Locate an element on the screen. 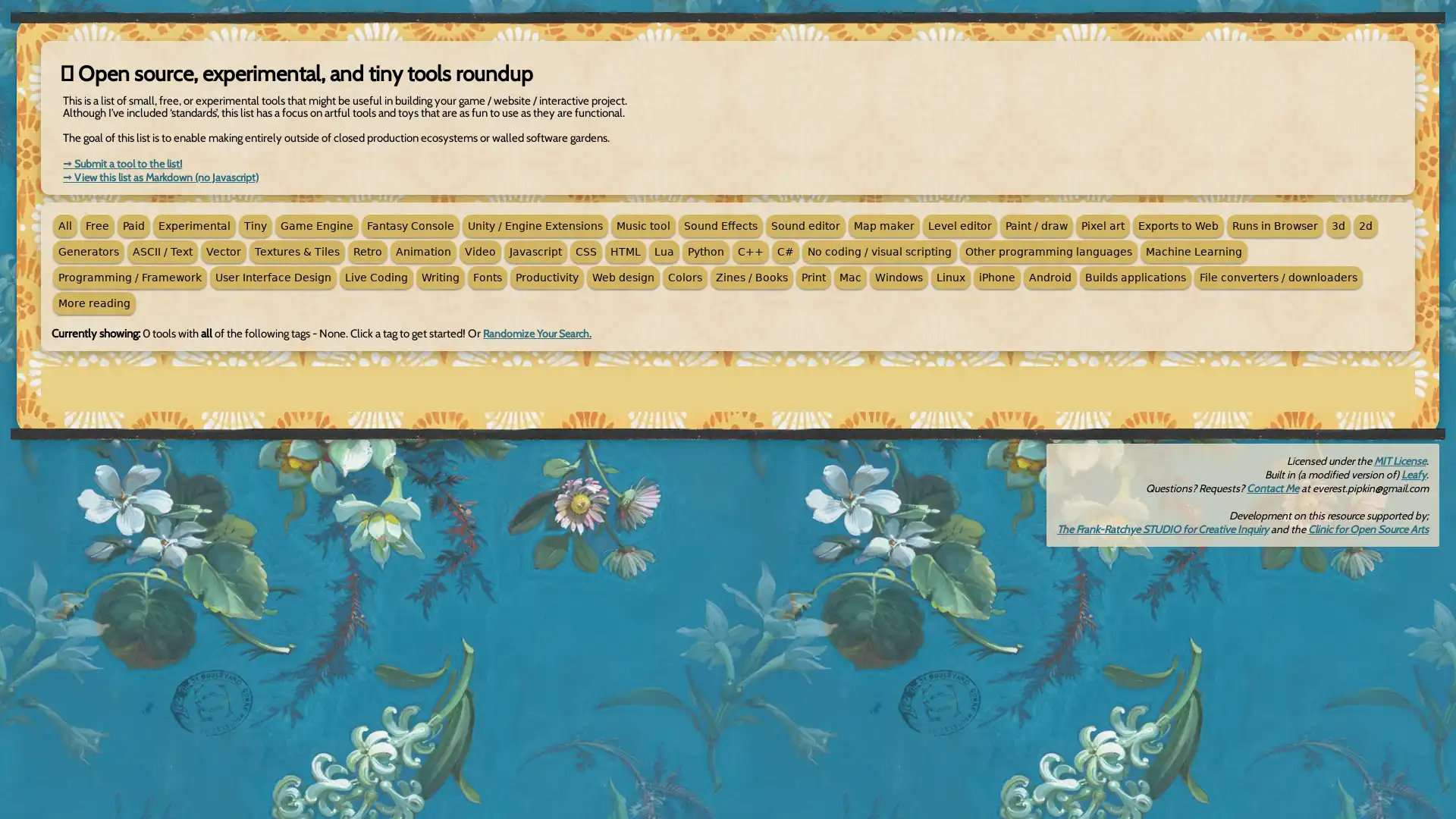 The height and width of the screenshot is (819, 1456). User Interface Design is located at coordinates (273, 278).